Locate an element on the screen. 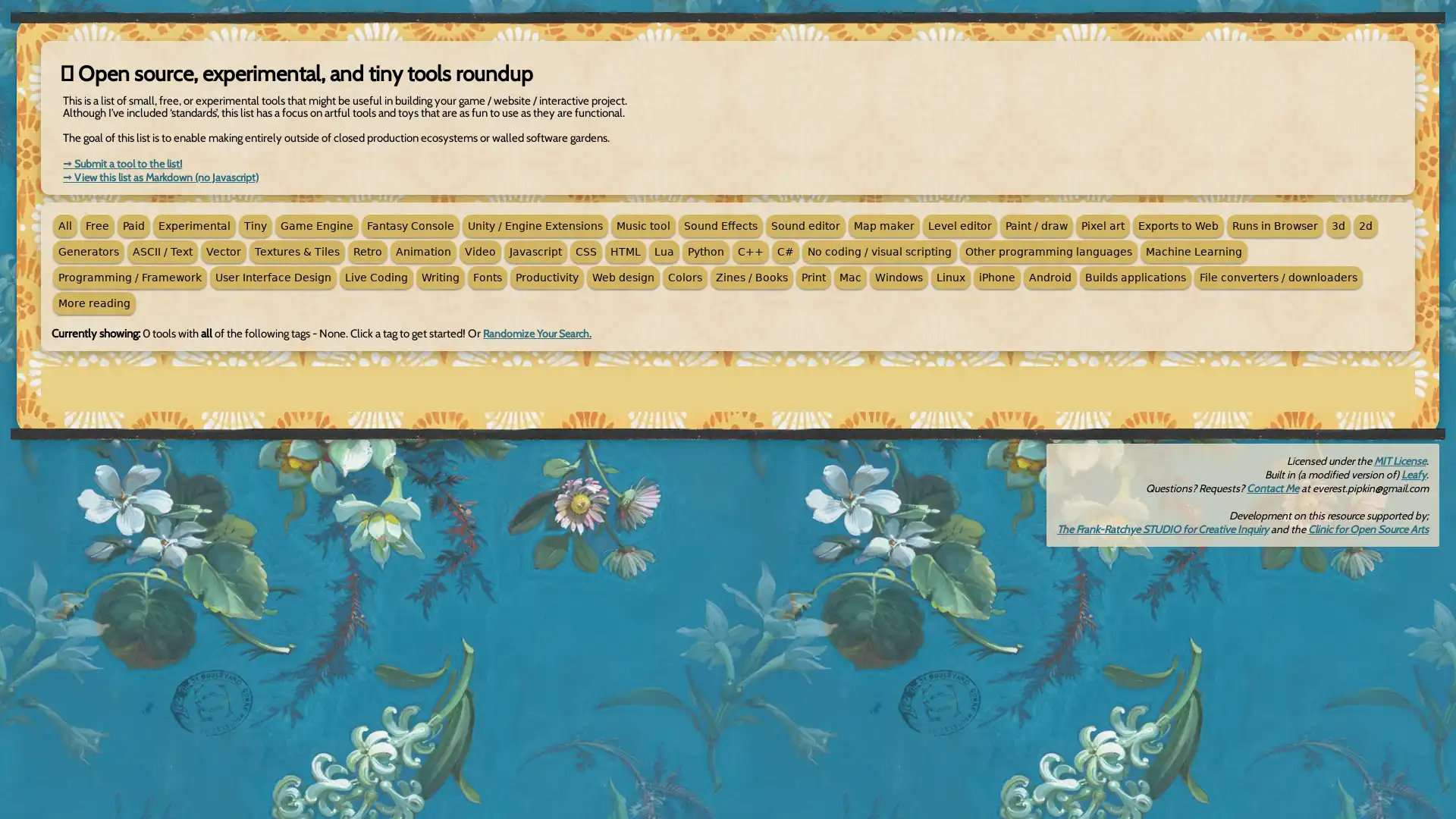 The height and width of the screenshot is (819, 1456). User Interface Design is located at coordinates (273, 278).